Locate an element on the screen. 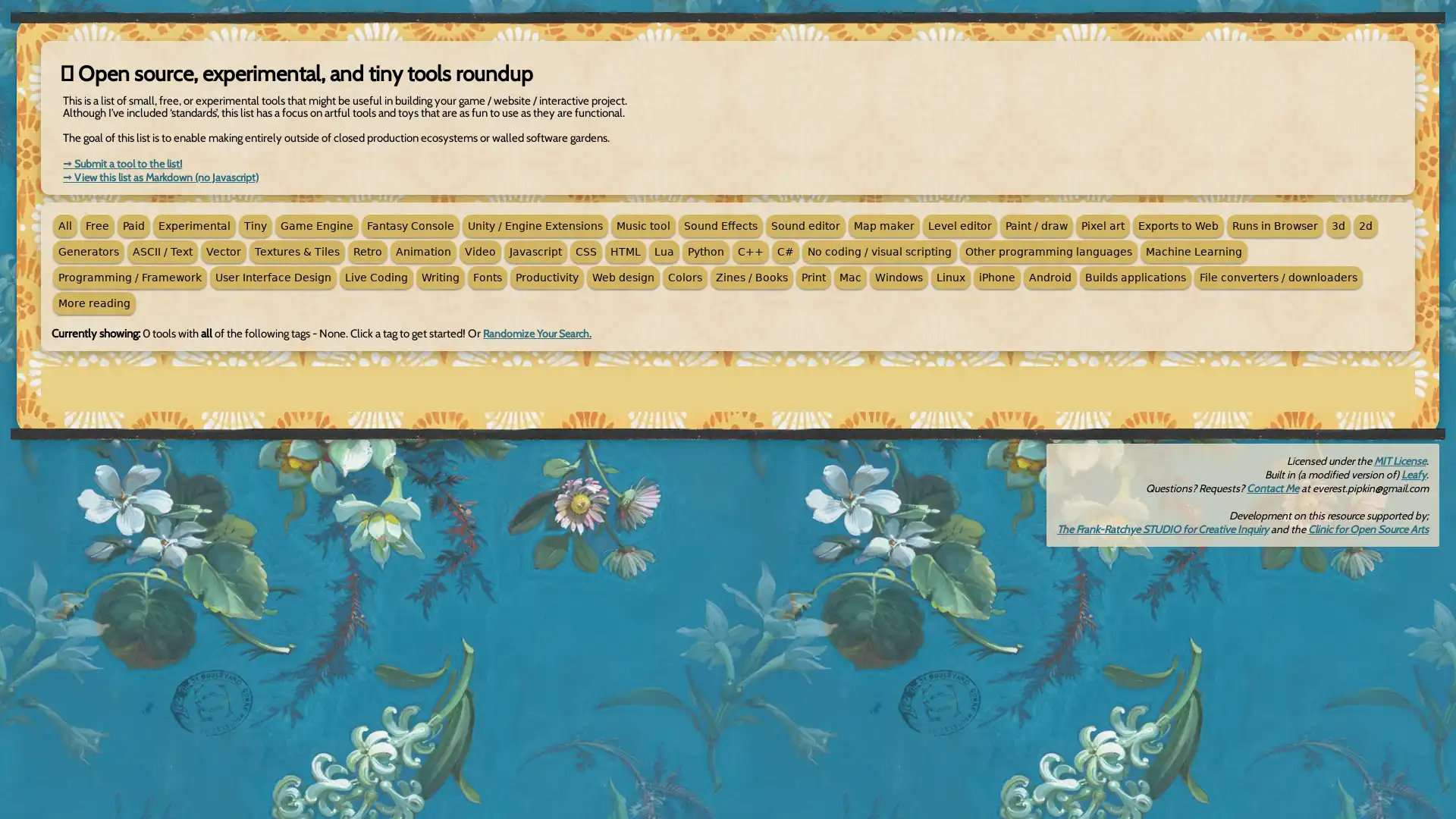 The height and width of the screenshot is (819, 1456). User Interface Design is located at coordinates (273, 278).